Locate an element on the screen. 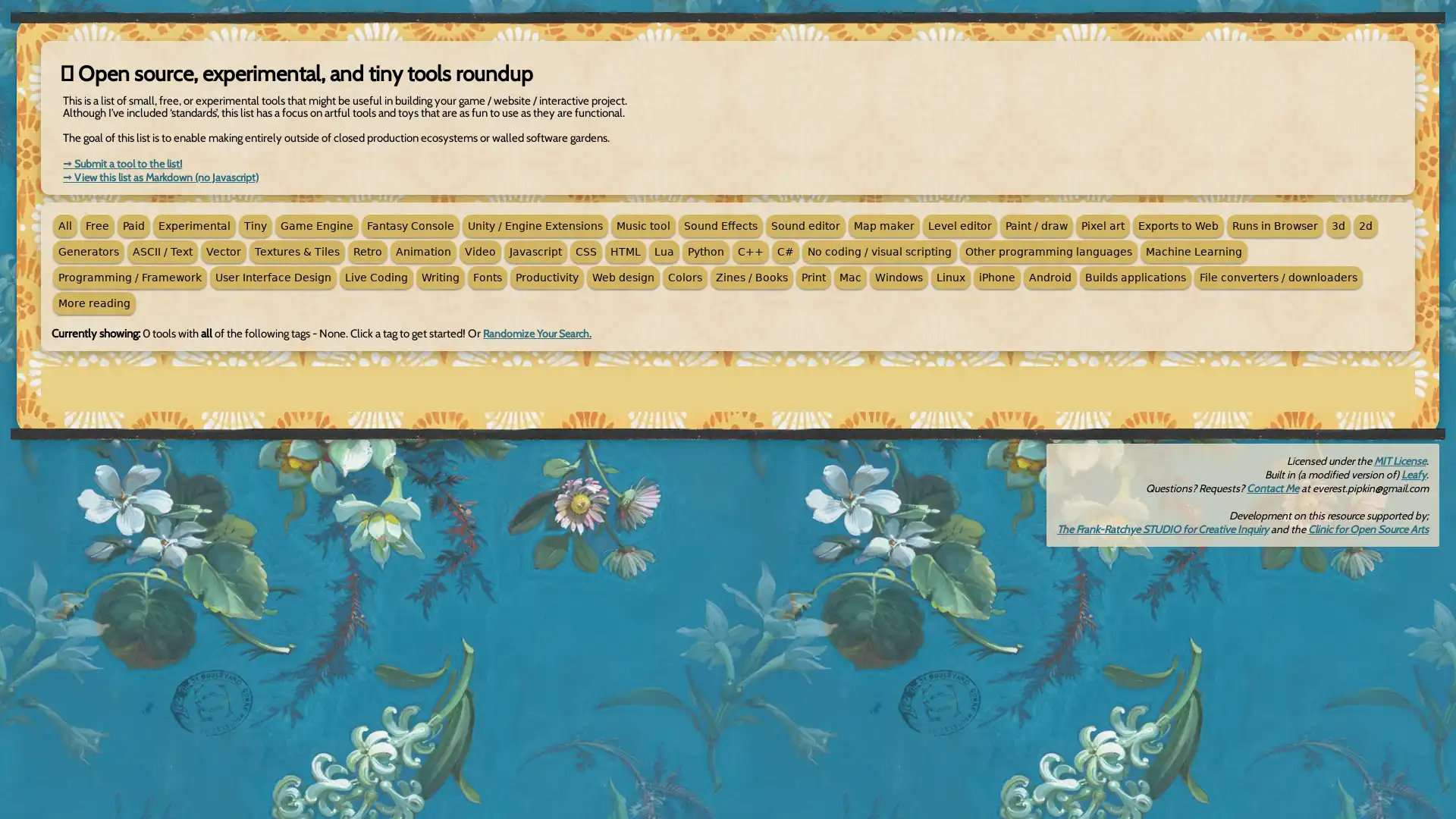 The height and width of the screenshot is (819, 1456). User Interface Design is located at coordinates (273, 278).